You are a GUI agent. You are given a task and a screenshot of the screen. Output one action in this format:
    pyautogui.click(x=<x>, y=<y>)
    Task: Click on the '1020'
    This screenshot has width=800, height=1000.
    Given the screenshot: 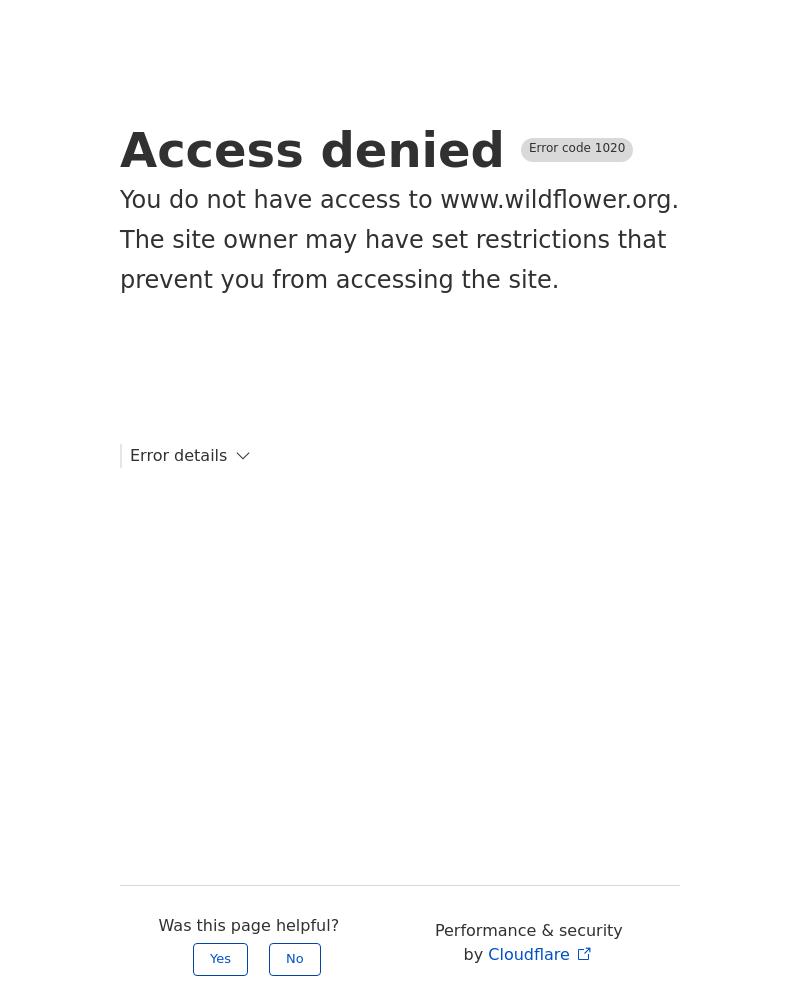 What is the action you would take?
    pyautogui.click(x=593, y=148)
    